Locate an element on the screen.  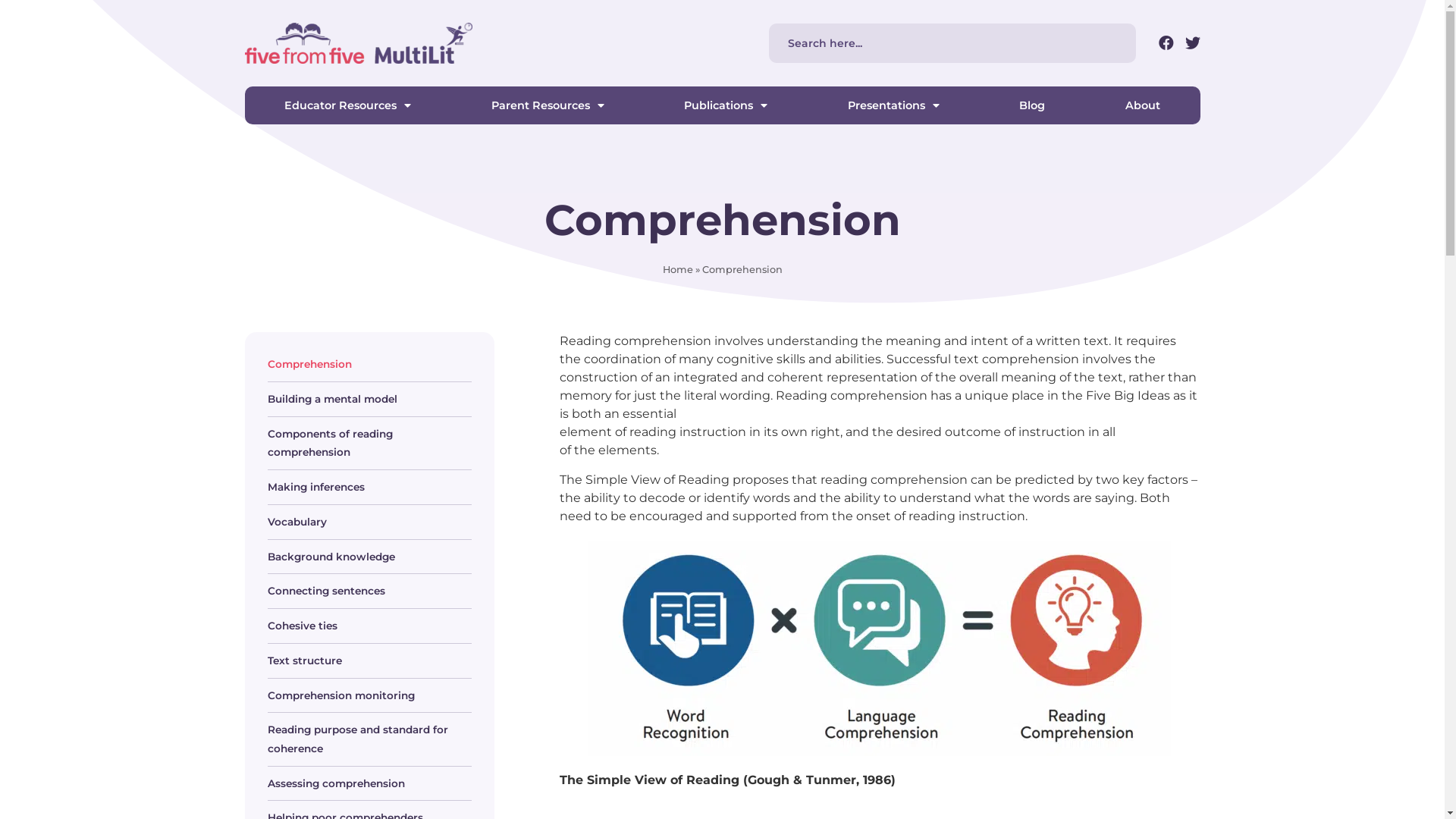
'Parent Resources' is located at coordinates (547, 104).